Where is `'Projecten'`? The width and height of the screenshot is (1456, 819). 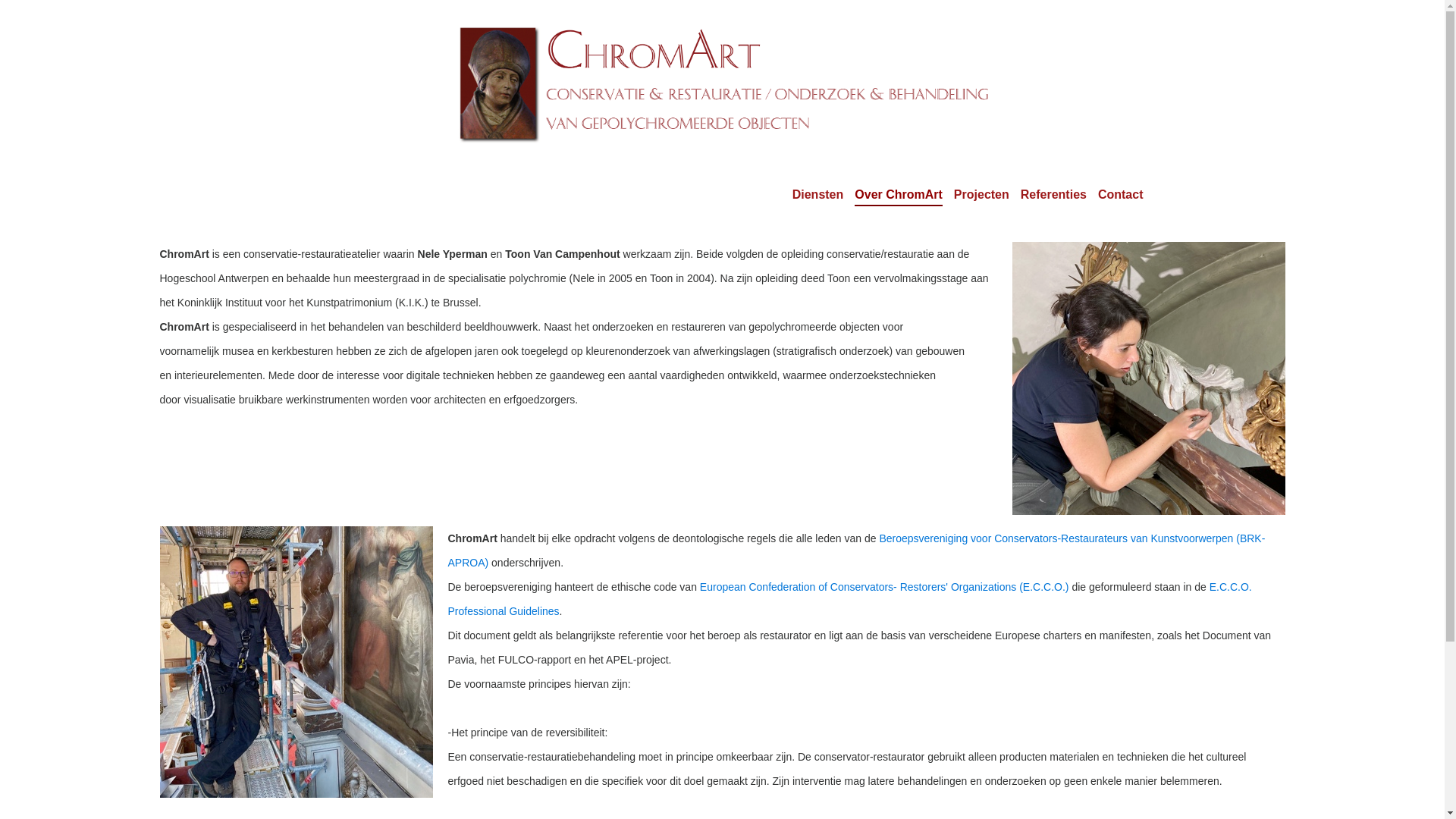 'Projecten' is located at coordinates (981, 193).